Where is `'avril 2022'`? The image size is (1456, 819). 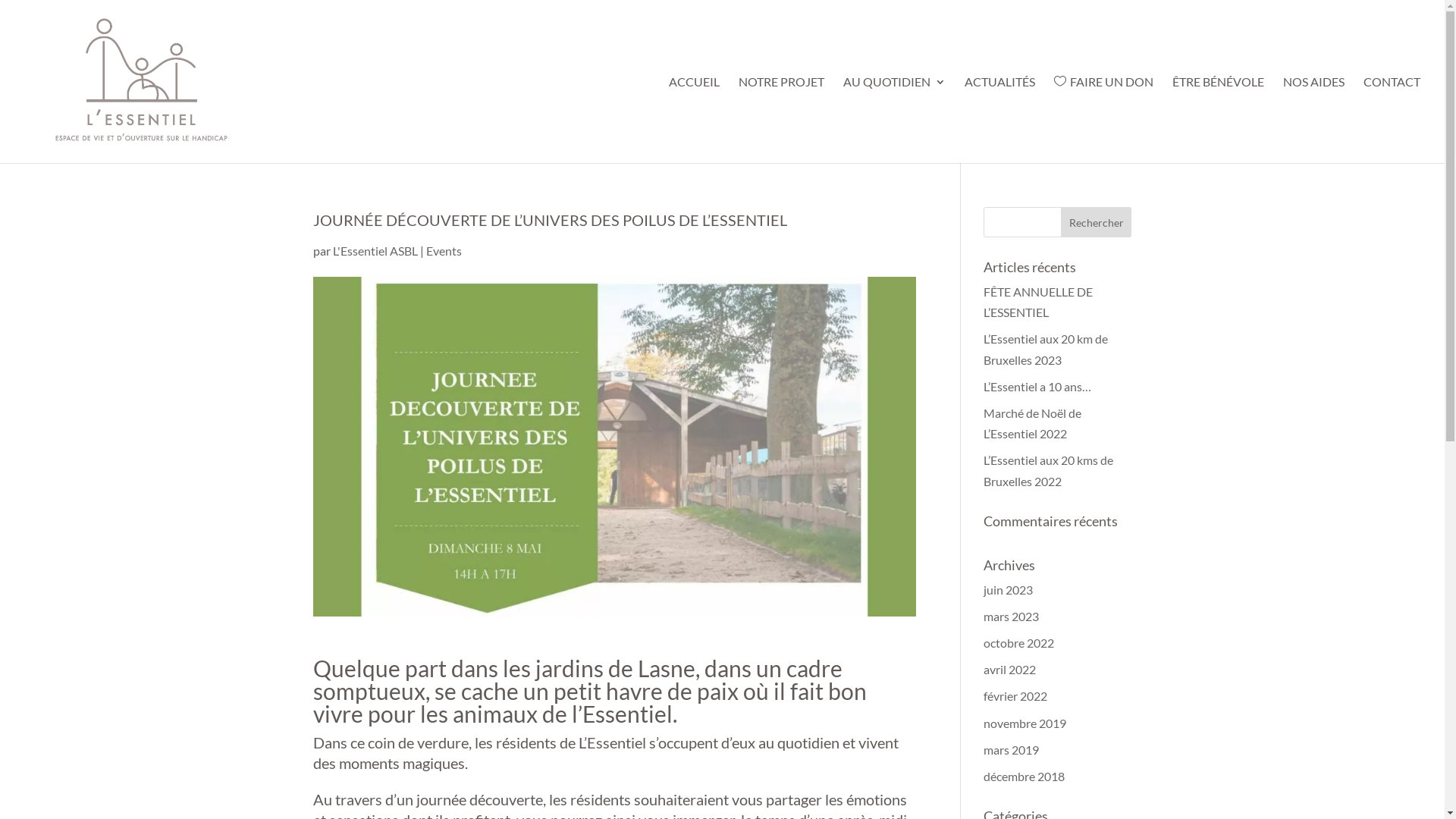 'avril 2022' is located at coordinates (1009, 668).